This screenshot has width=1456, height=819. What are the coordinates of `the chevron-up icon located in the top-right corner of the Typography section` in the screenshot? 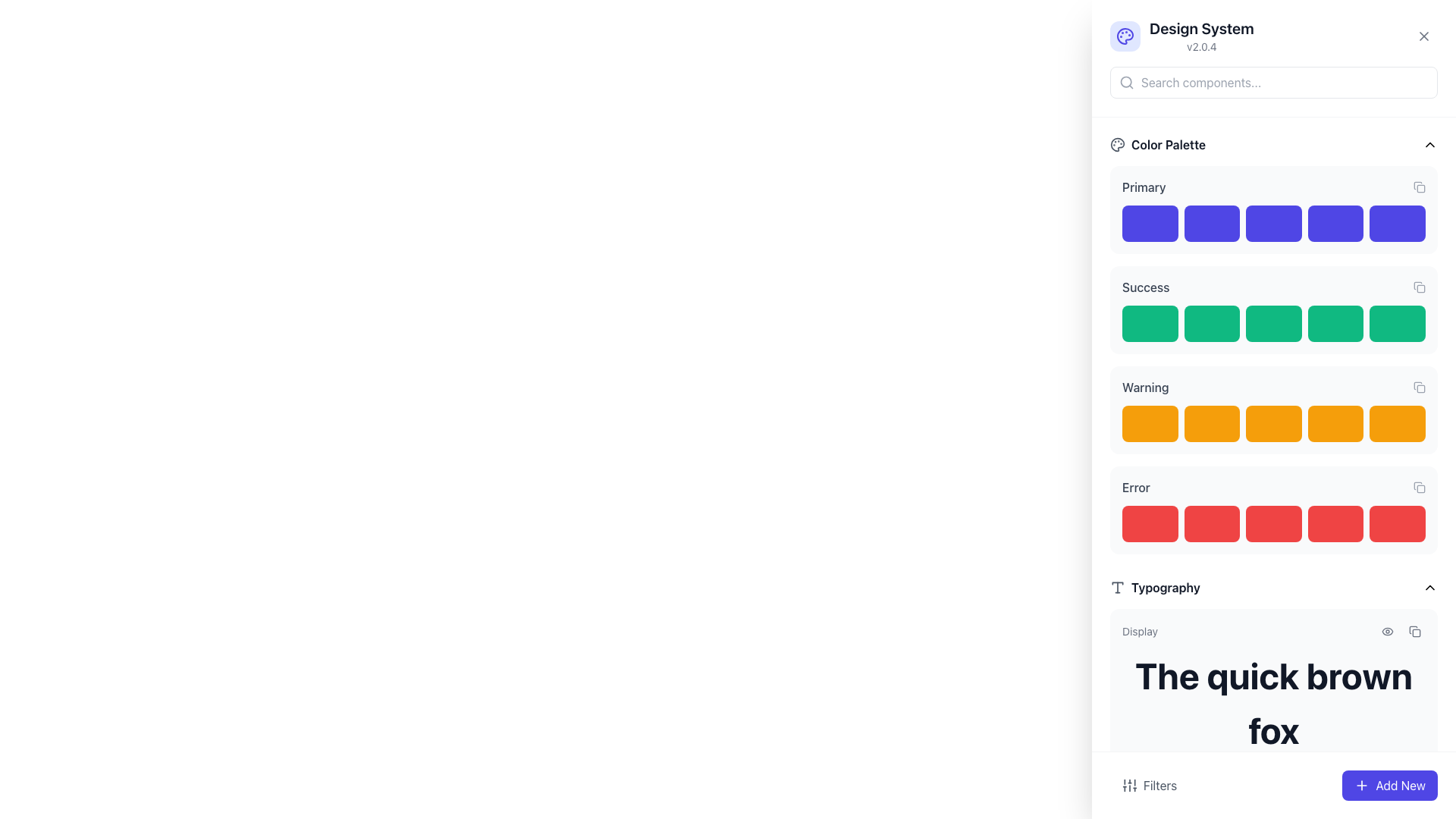 It's located at (1429, 587).